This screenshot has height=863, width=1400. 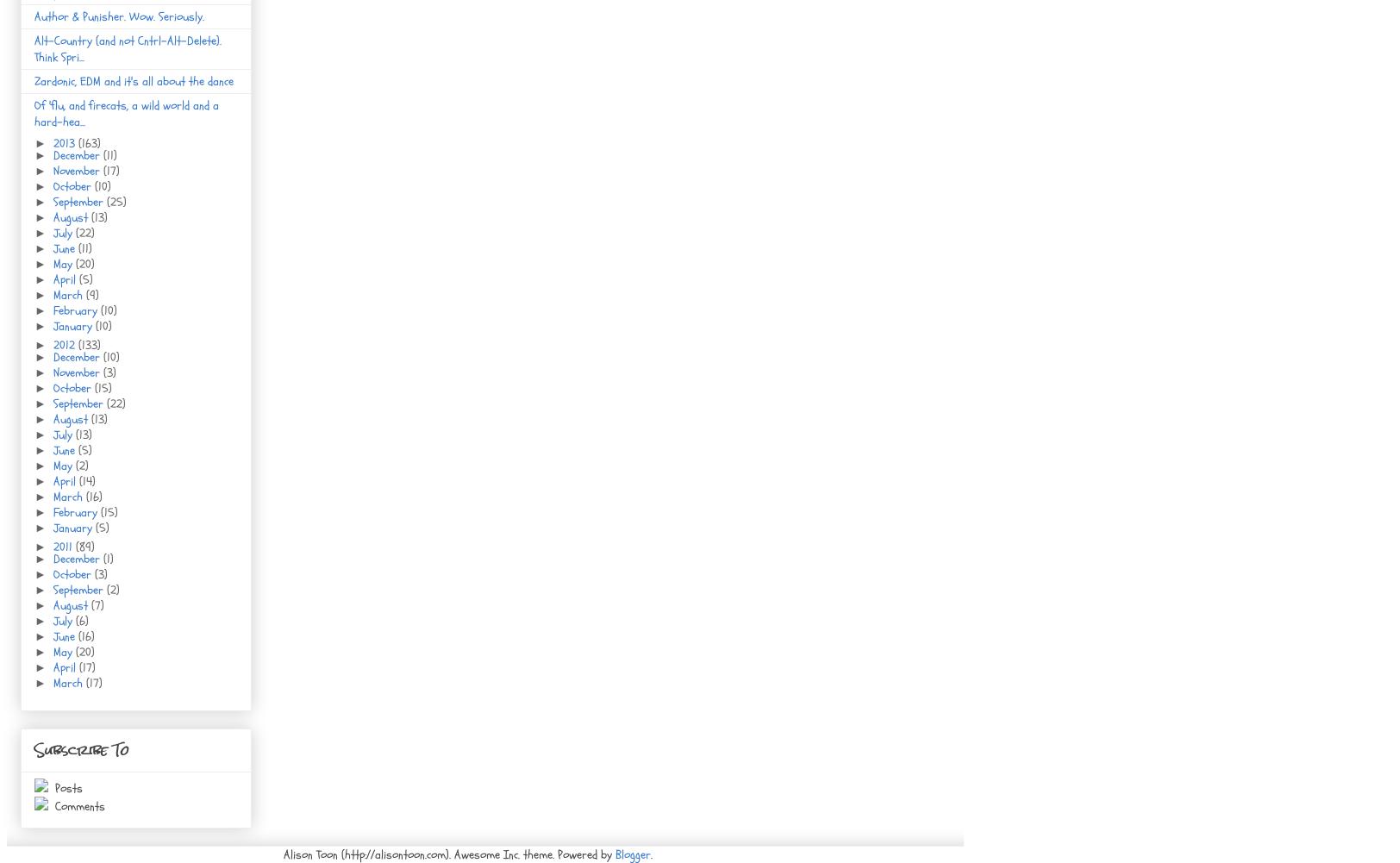 What do you see at coordinates (108, 558) in the screenshot?
I see `'(1)'` at bounding box center [108, 558].